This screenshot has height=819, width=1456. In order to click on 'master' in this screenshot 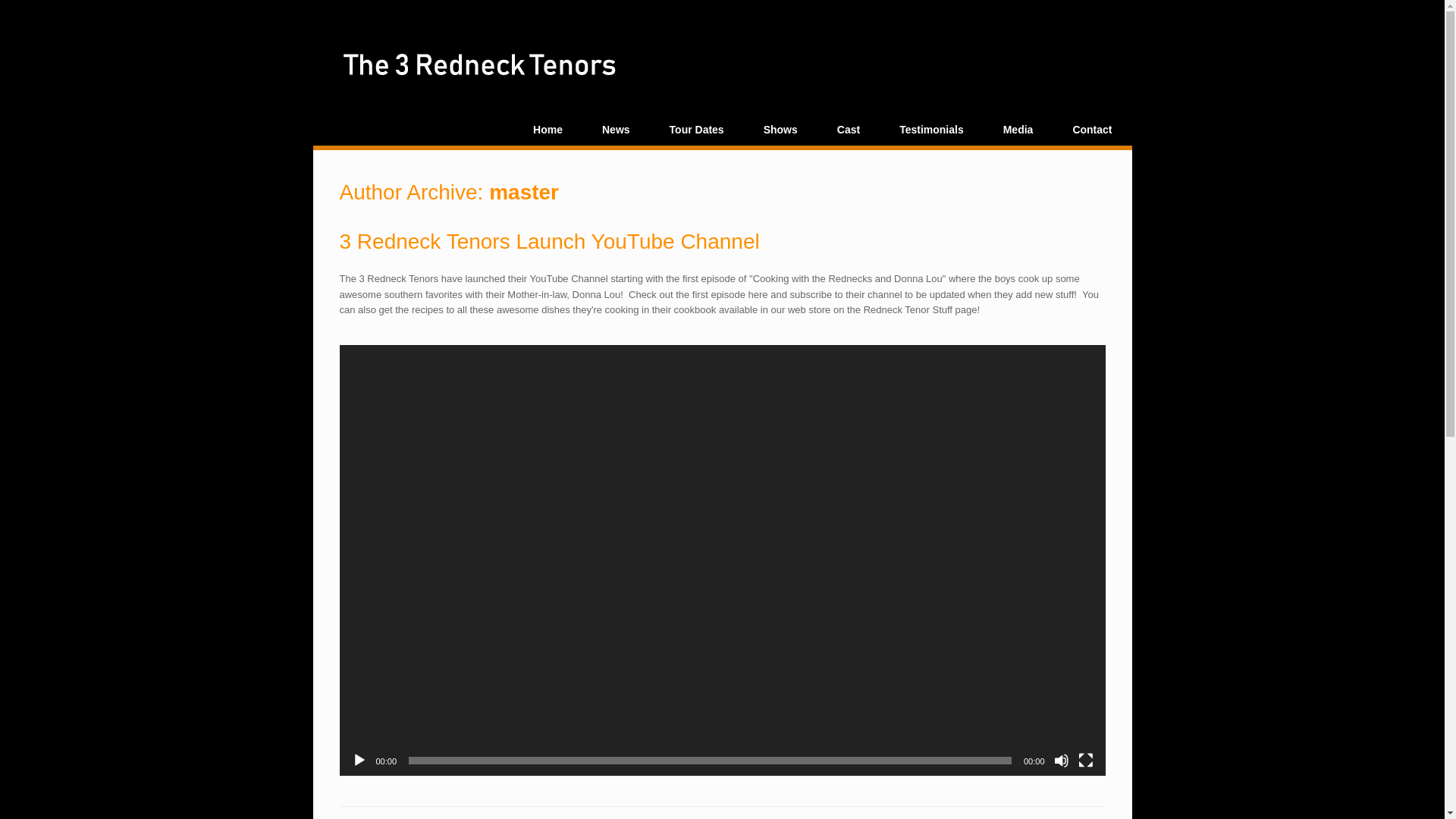, I will do `click(488, 191)`.